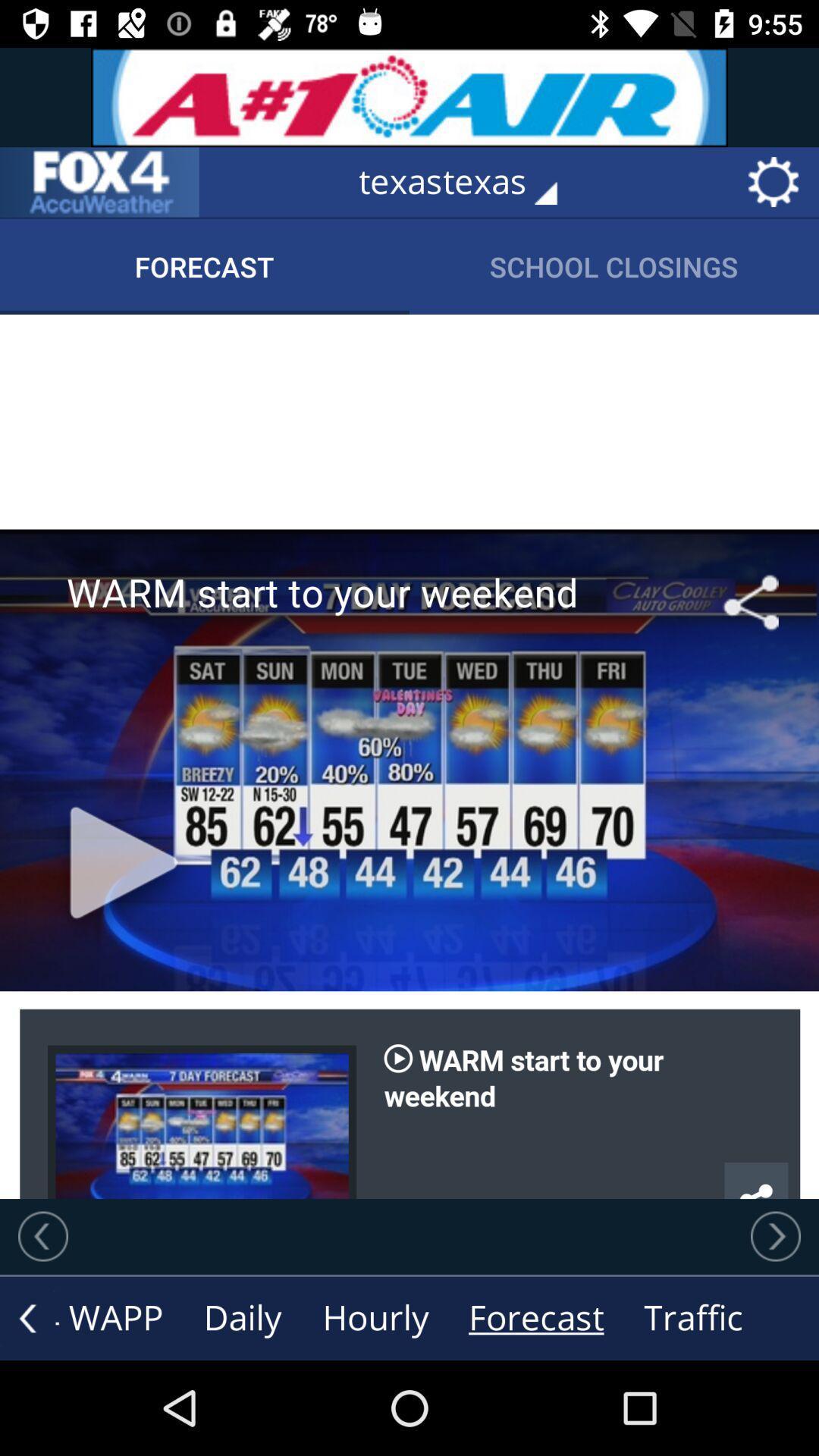 The image size is (819, 1456). I want to click on back button, so click(27, 1317).